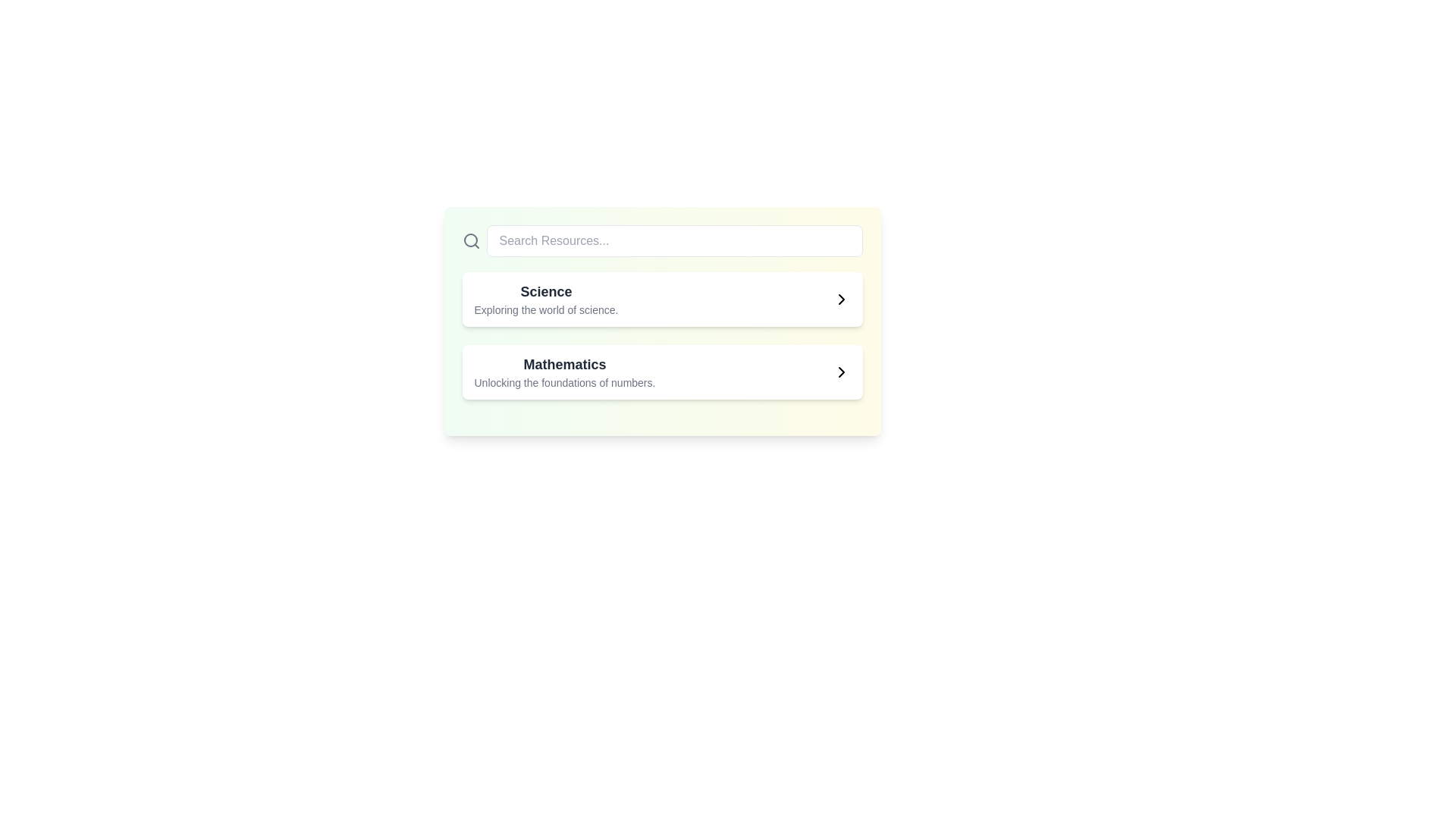 This screenshot has height=819, width=1456. Describe the element at coordinates (840, 372) in the screenshot. I see `the SVG icon located in the second row entry of the list aligned to the right side of the 'Mathematics' entry` at that location.